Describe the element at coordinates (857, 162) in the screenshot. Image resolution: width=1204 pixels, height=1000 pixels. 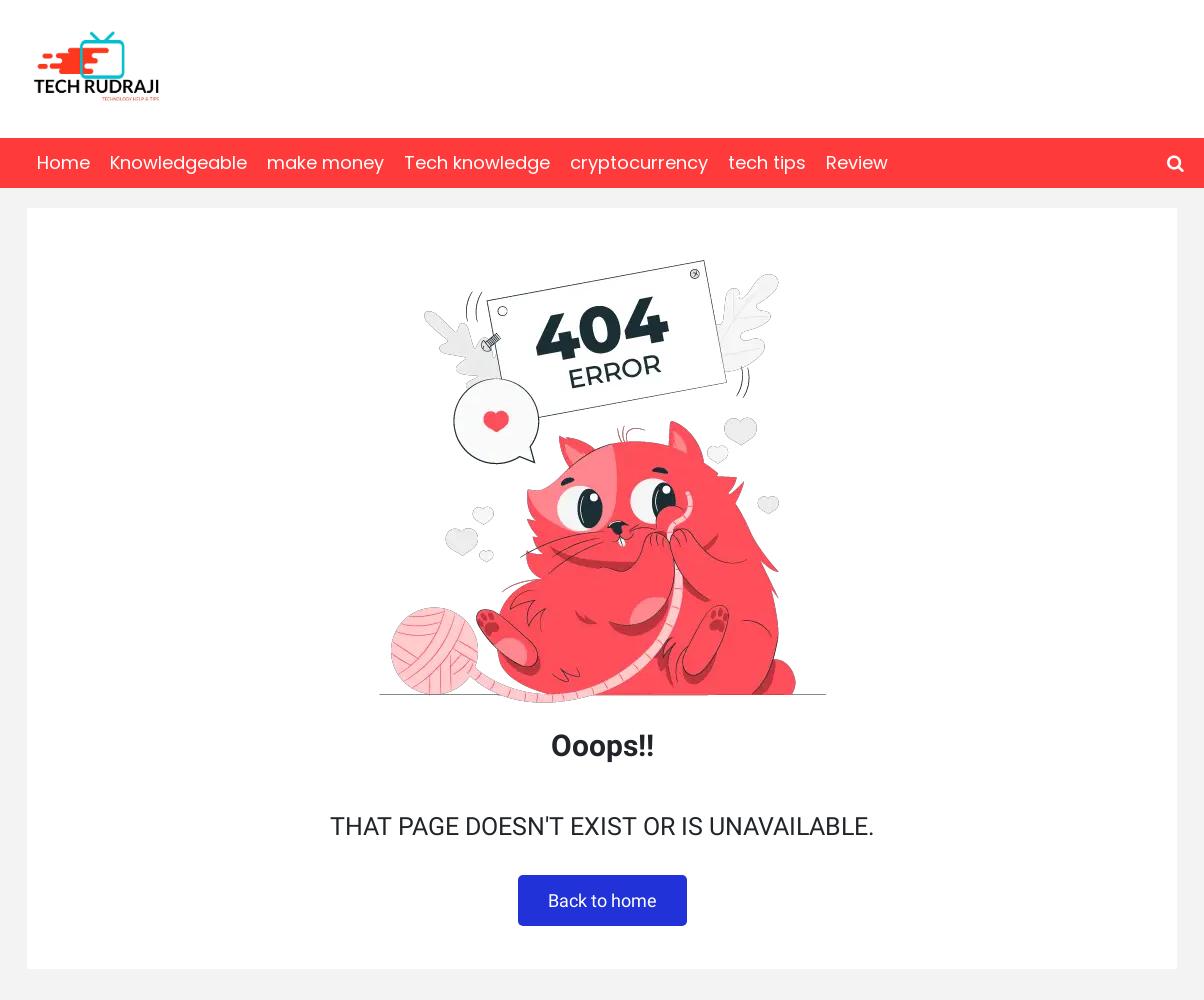
I see `'Review'` at that location.